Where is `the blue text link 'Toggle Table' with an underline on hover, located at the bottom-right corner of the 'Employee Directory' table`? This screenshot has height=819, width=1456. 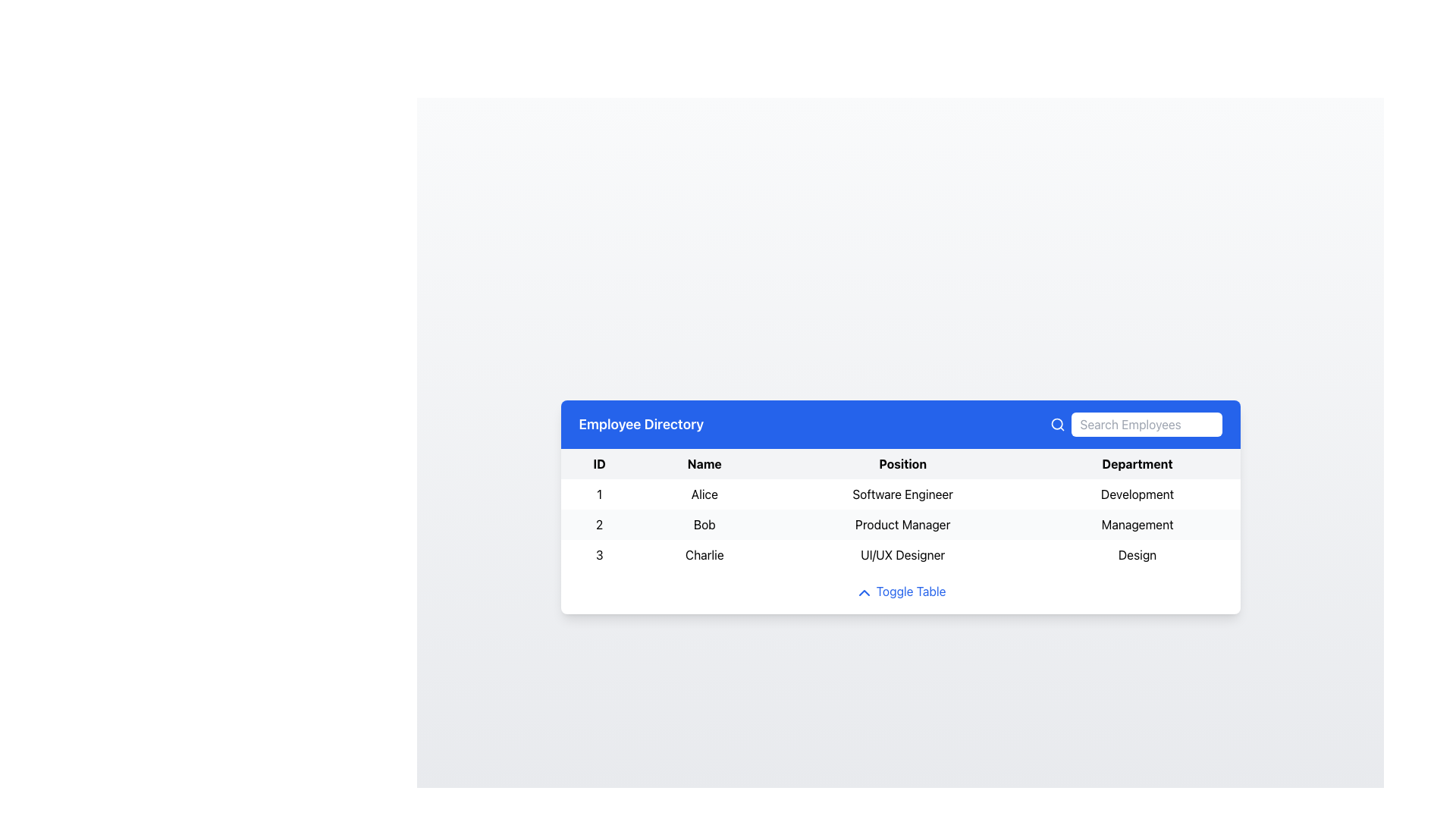 the blue text link 'Toggle Table' with an underline on hover, located at the bottom-right corner of the 'Employee Directory' table is located at coordinates (900, 591).